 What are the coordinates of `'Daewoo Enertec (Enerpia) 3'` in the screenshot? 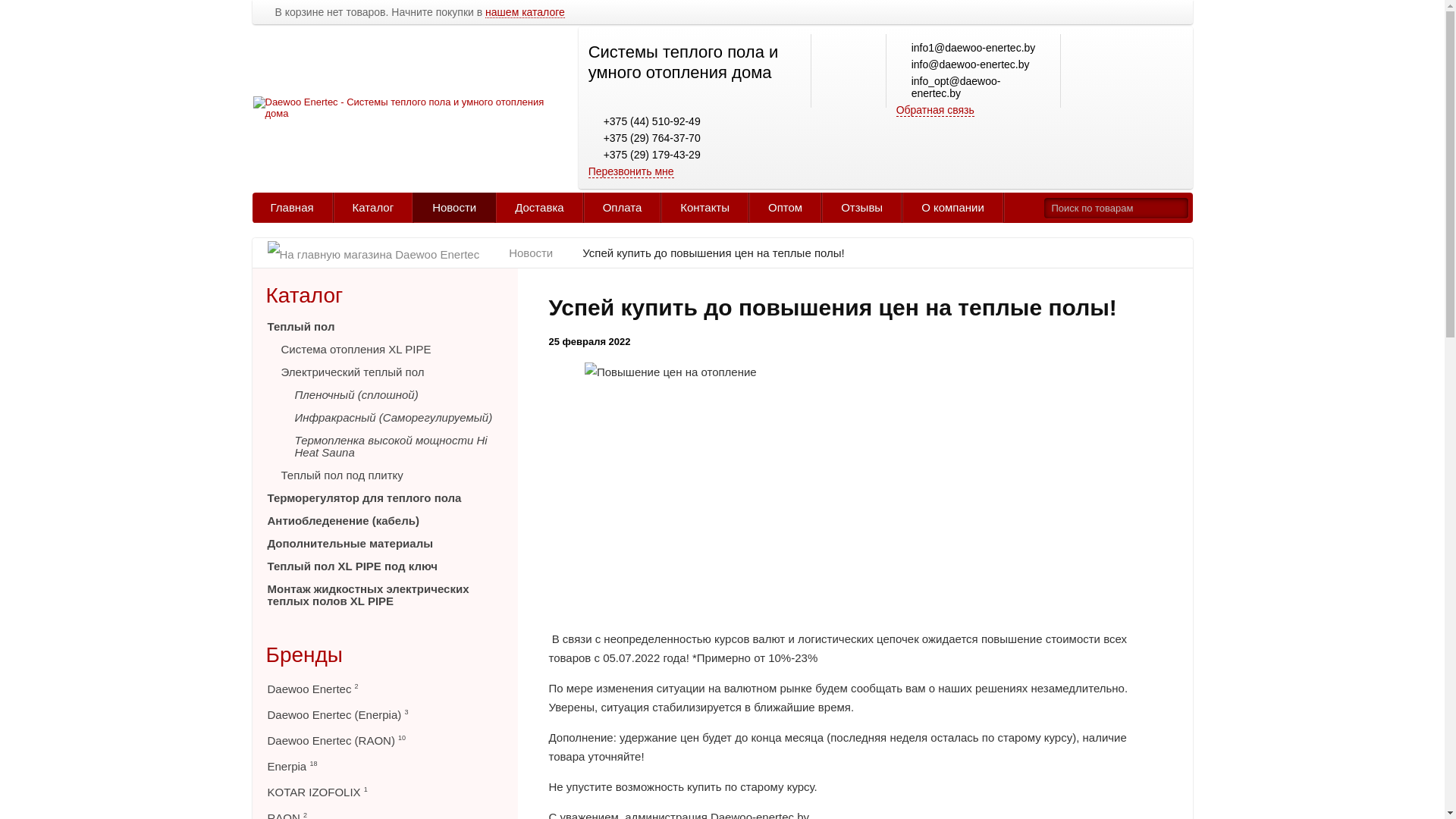 It's located at (251, 714).